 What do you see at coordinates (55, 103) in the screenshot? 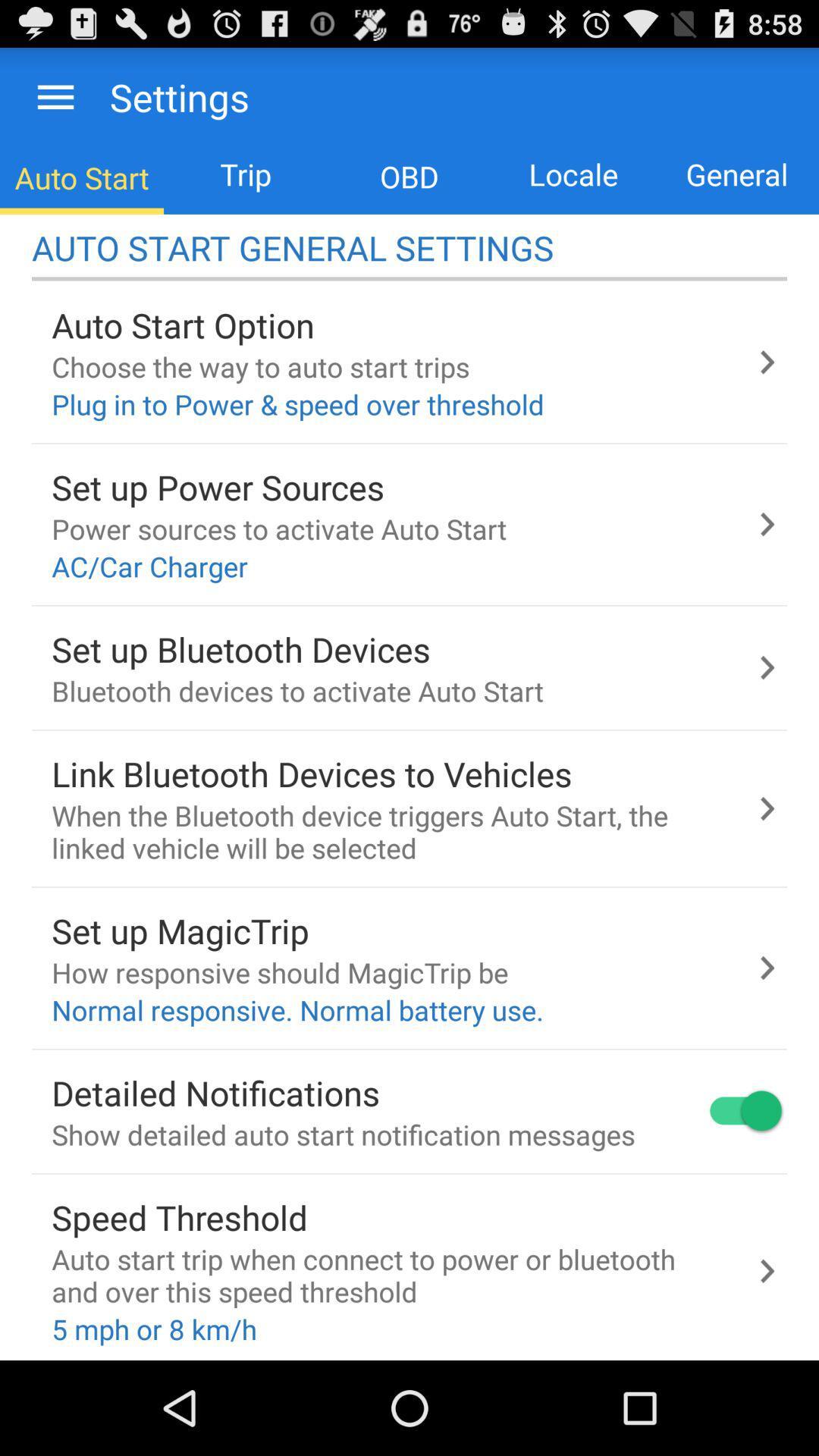
I see `the menu icon` at bounding box center [55, 103].